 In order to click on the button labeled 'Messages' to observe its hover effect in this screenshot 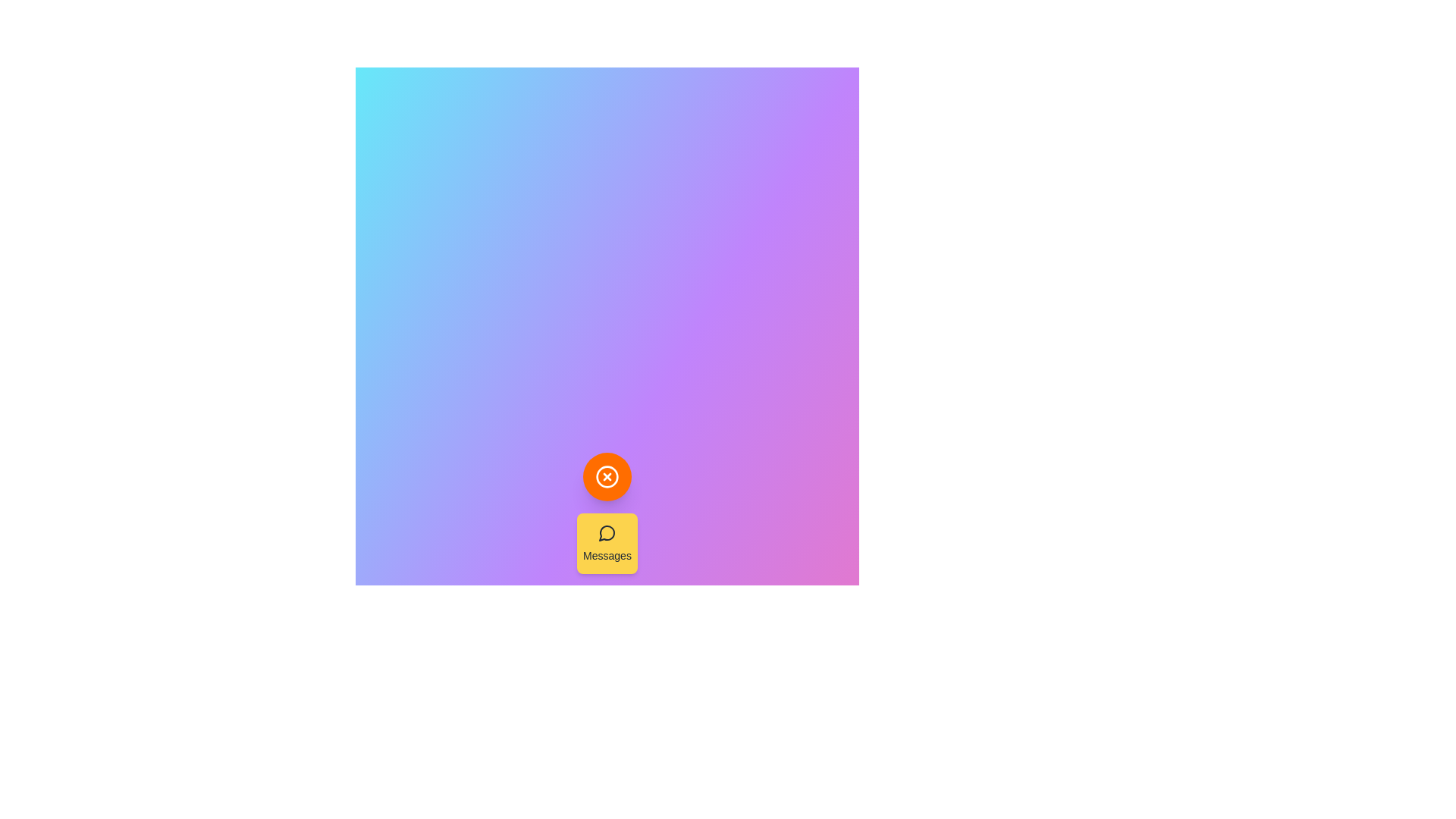, I will do `click(607, 543)`.